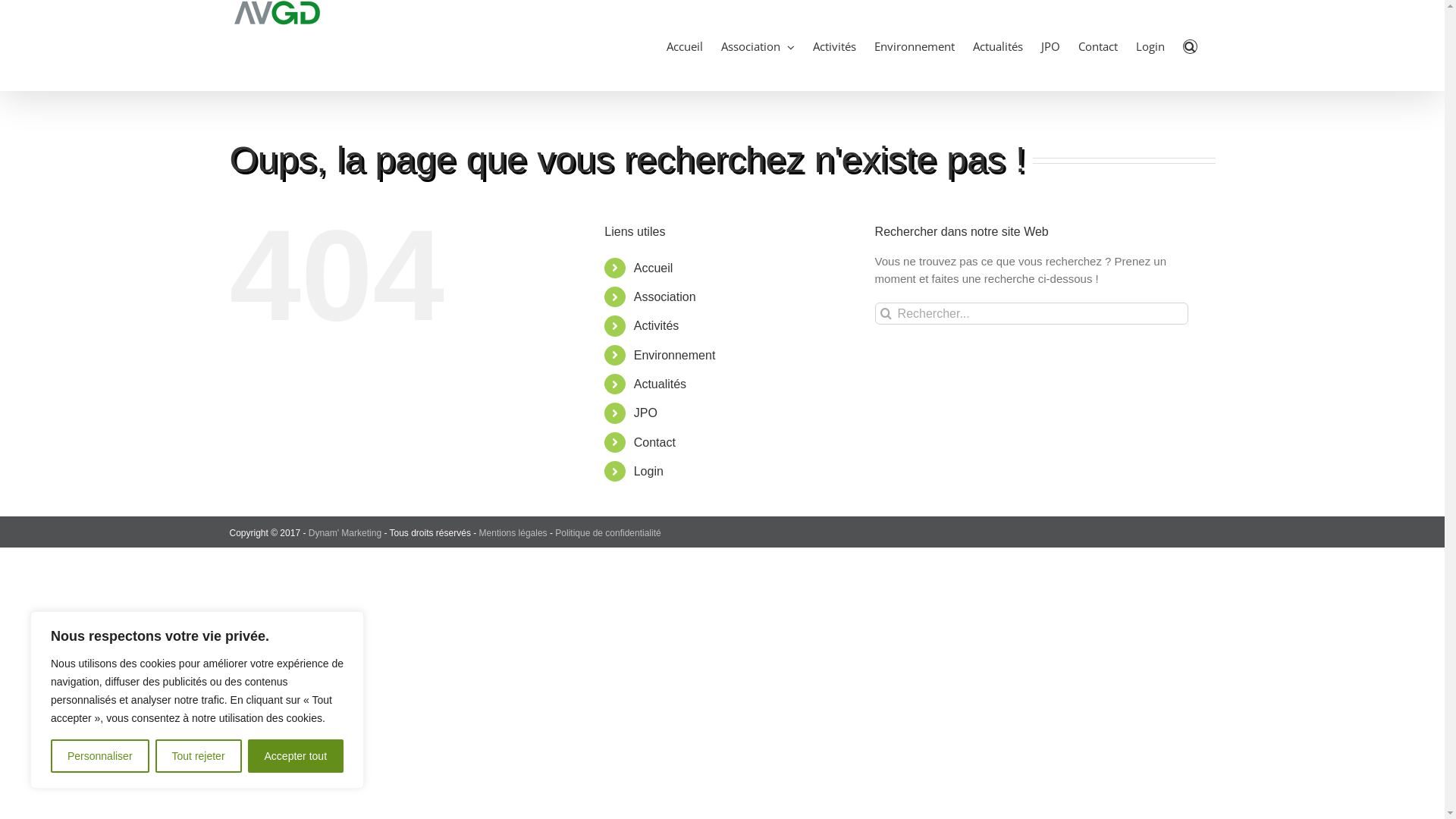 The width and height of the screenshot is (1456, 819). I want to click on 'Association', so click(665, 297).